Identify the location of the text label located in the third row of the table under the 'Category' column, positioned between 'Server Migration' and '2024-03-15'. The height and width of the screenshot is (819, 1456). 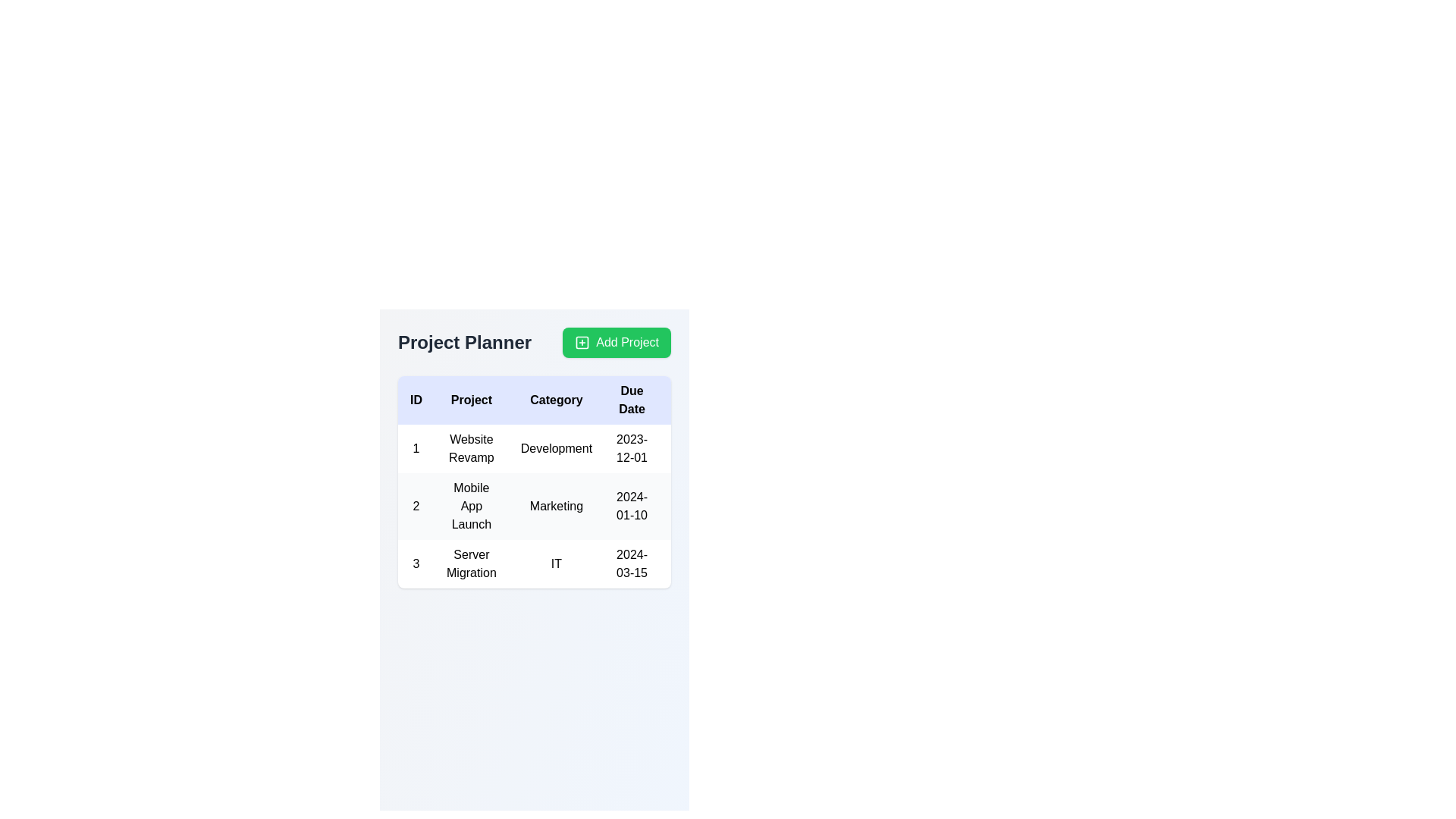
(556, 564).